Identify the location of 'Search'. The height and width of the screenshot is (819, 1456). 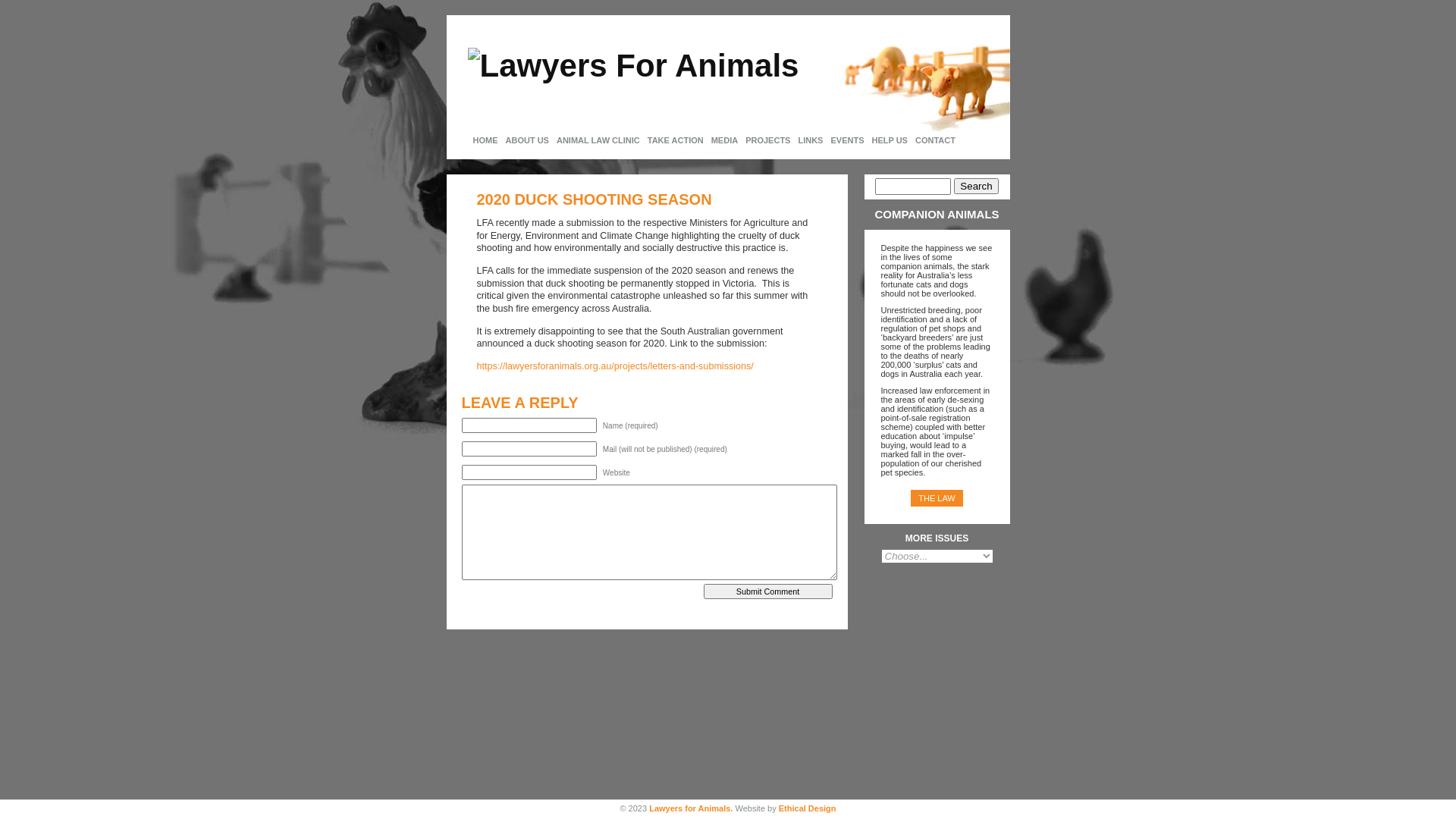
(975, 185).